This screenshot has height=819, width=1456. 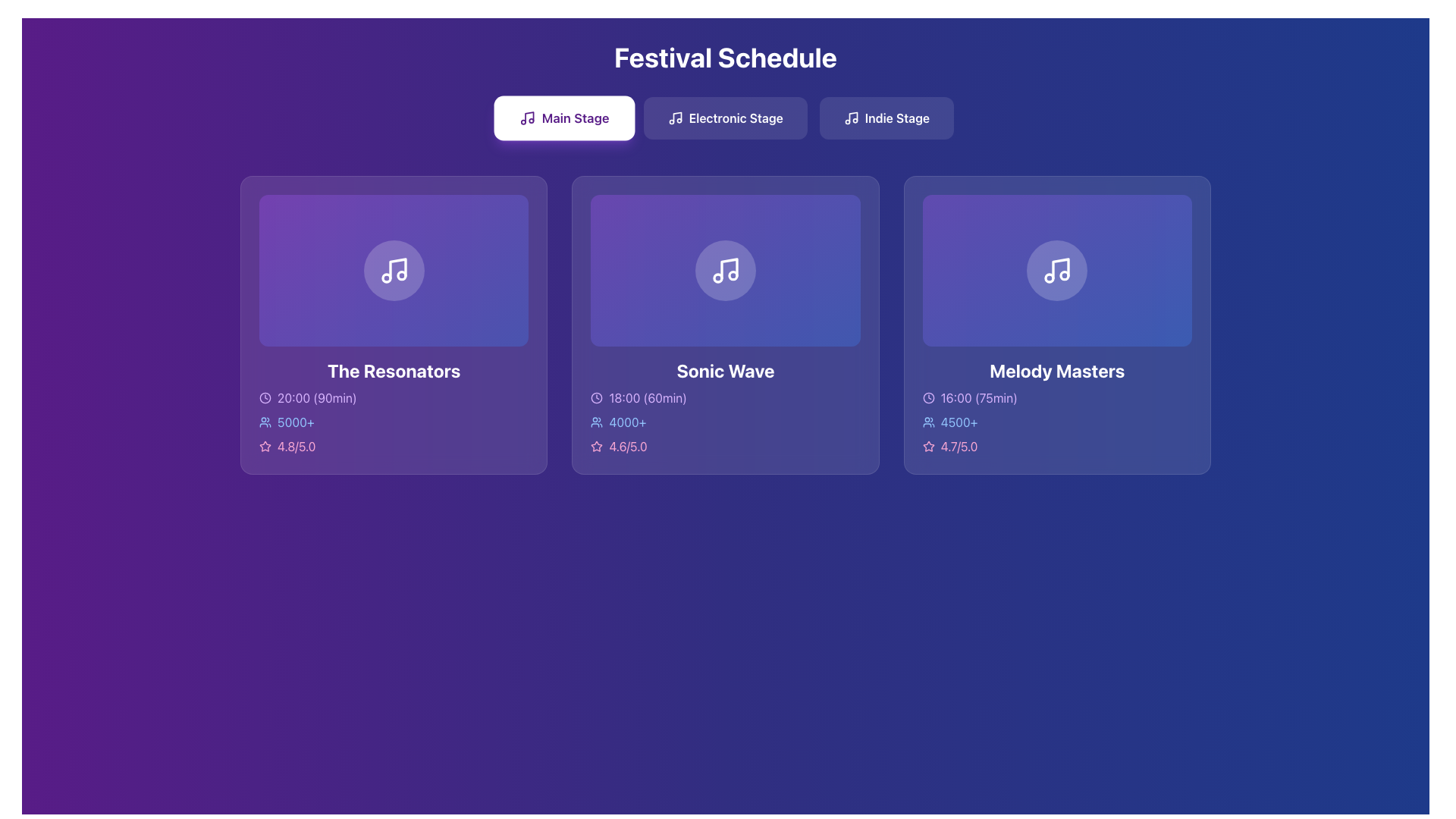 What do you see at coordinates (1056, 422) in the screenshot?
I see `the Information Card Segment that provides details about the scheduled time, duration, attendance count, and average rating for the event titled 'Melody Masters', located in the bottom-right section of the card` at bounding box center [1056, 422].